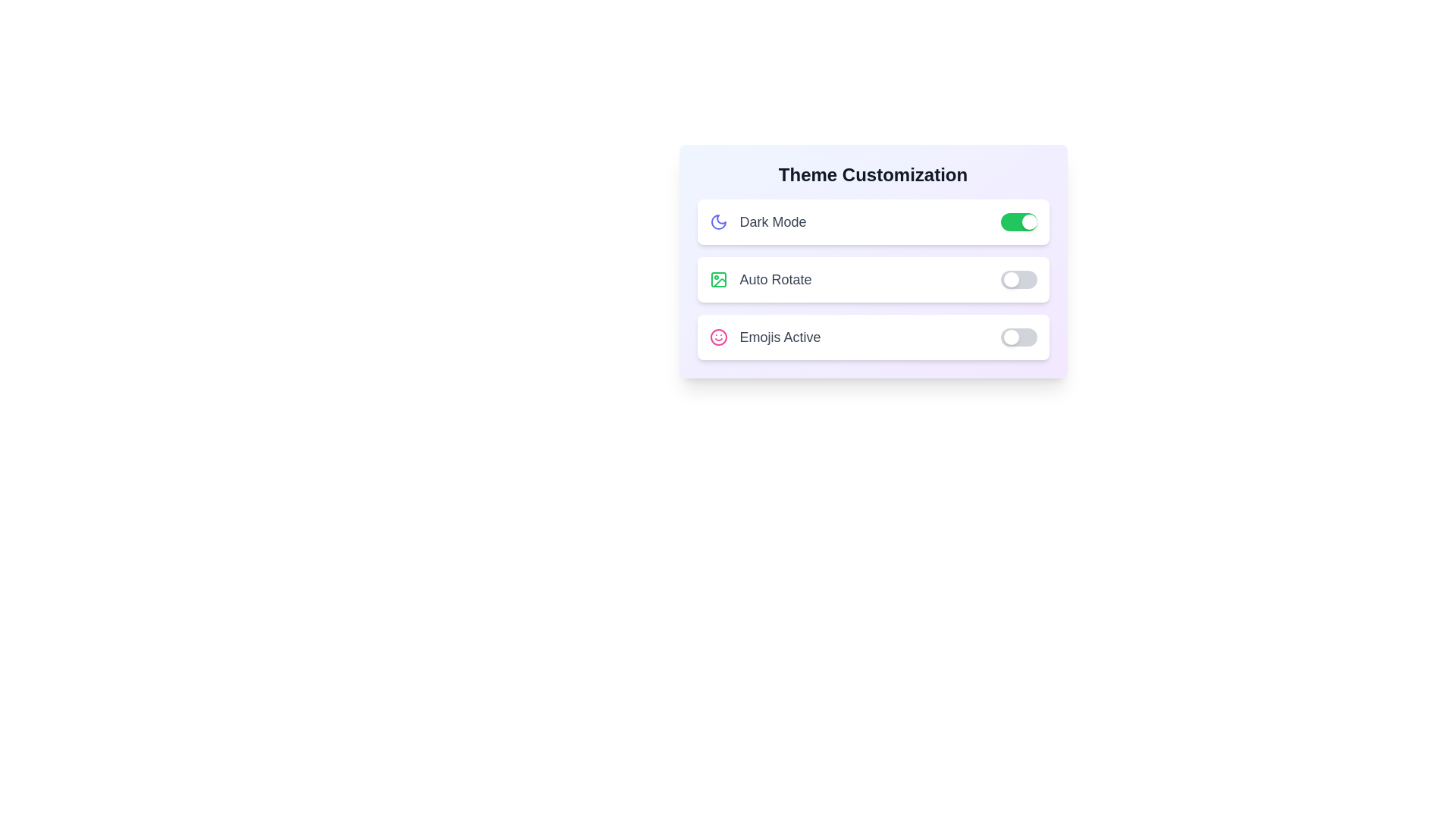 Image resolution: width=1456 pixels, height=819 pixels. Describe the element at coordinates (717, 336) in the screenshot. I see `the pink smiley face icon located to the left of the 'Emojis Active' label in the 'Theme Customization' panel` at that location.